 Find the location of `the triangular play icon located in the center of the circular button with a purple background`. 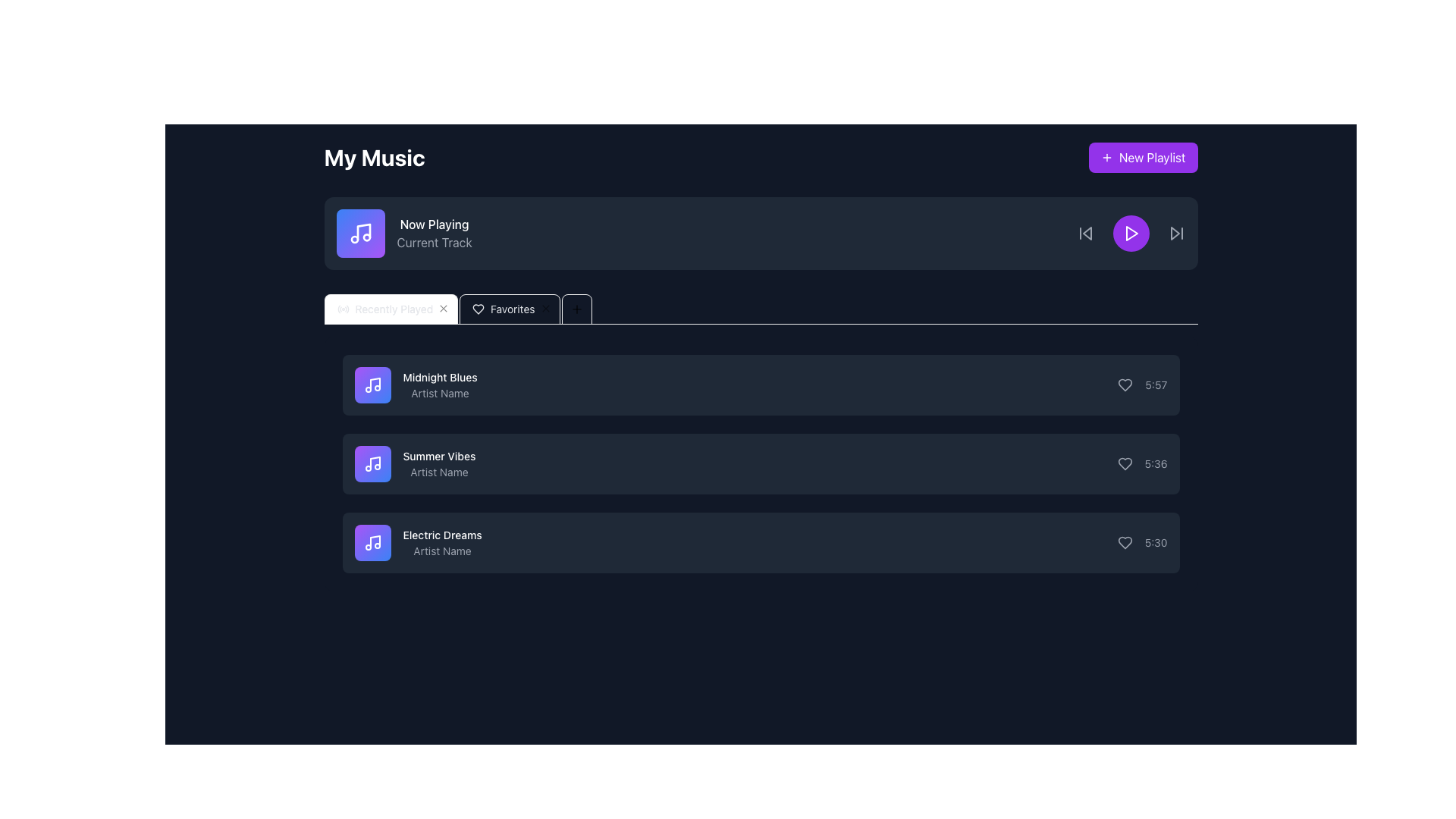

the triangular play icon located in the center of the circular button with a purple background is located at coordinates (1131, 234).